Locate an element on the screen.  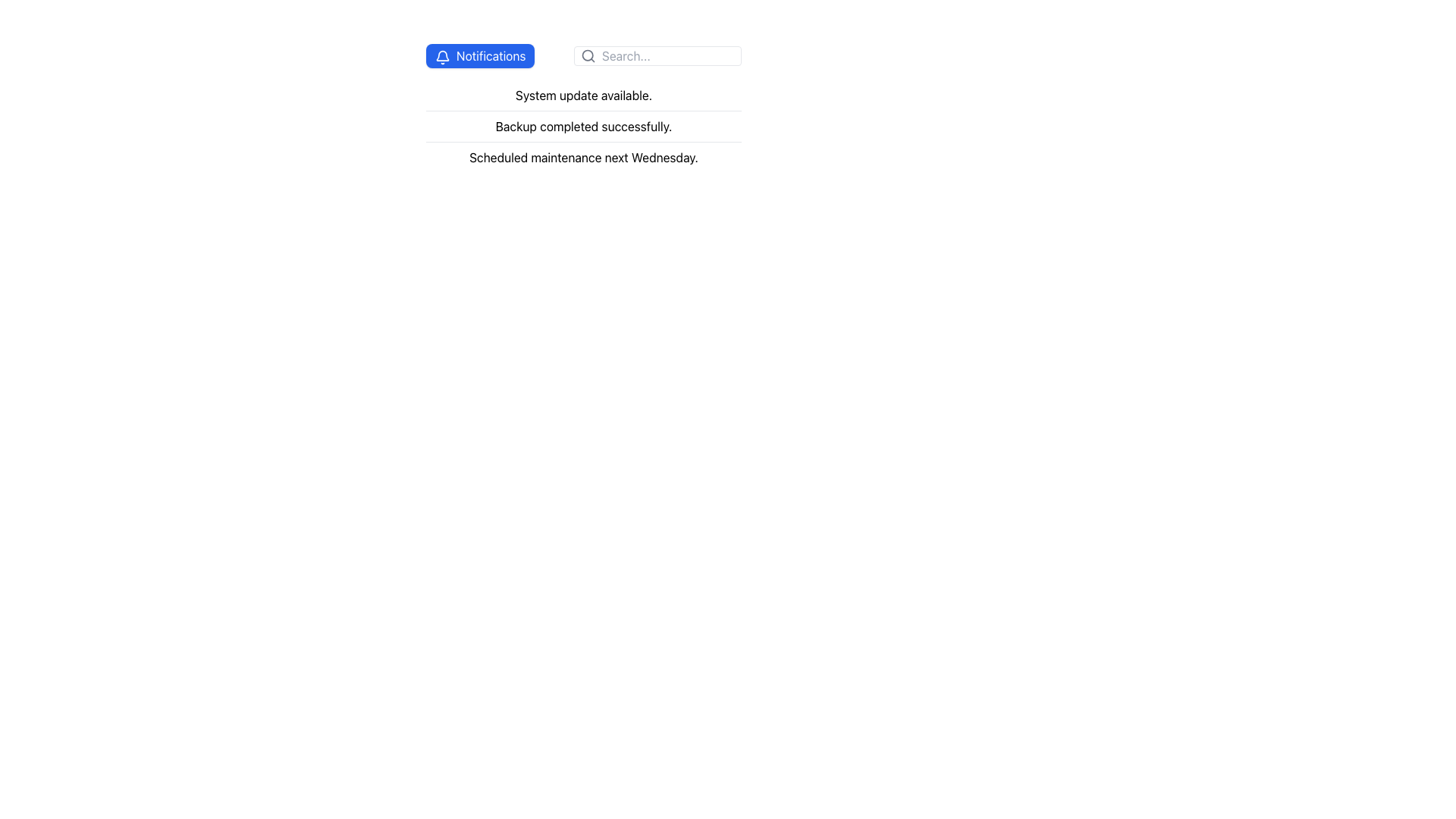
the second notification text label that informs the user about the successful completion of a backup operation, which is positioned between 'System update available.' and 'Scheduled maintenance next Wednesday.' is located at coordinates (582, 125).